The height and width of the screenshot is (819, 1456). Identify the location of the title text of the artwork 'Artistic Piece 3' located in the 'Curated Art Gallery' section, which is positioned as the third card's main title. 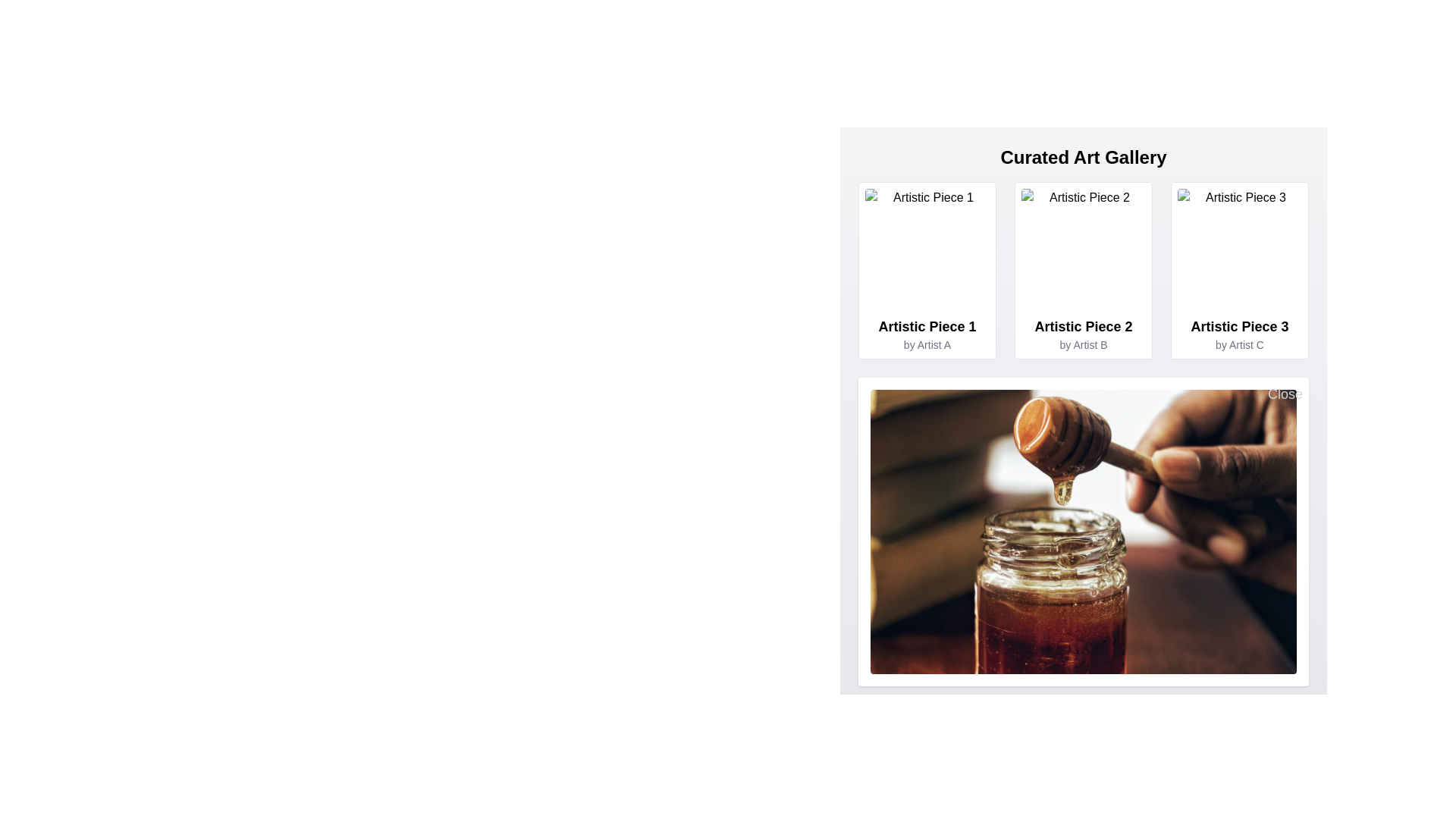
(1240, 326).